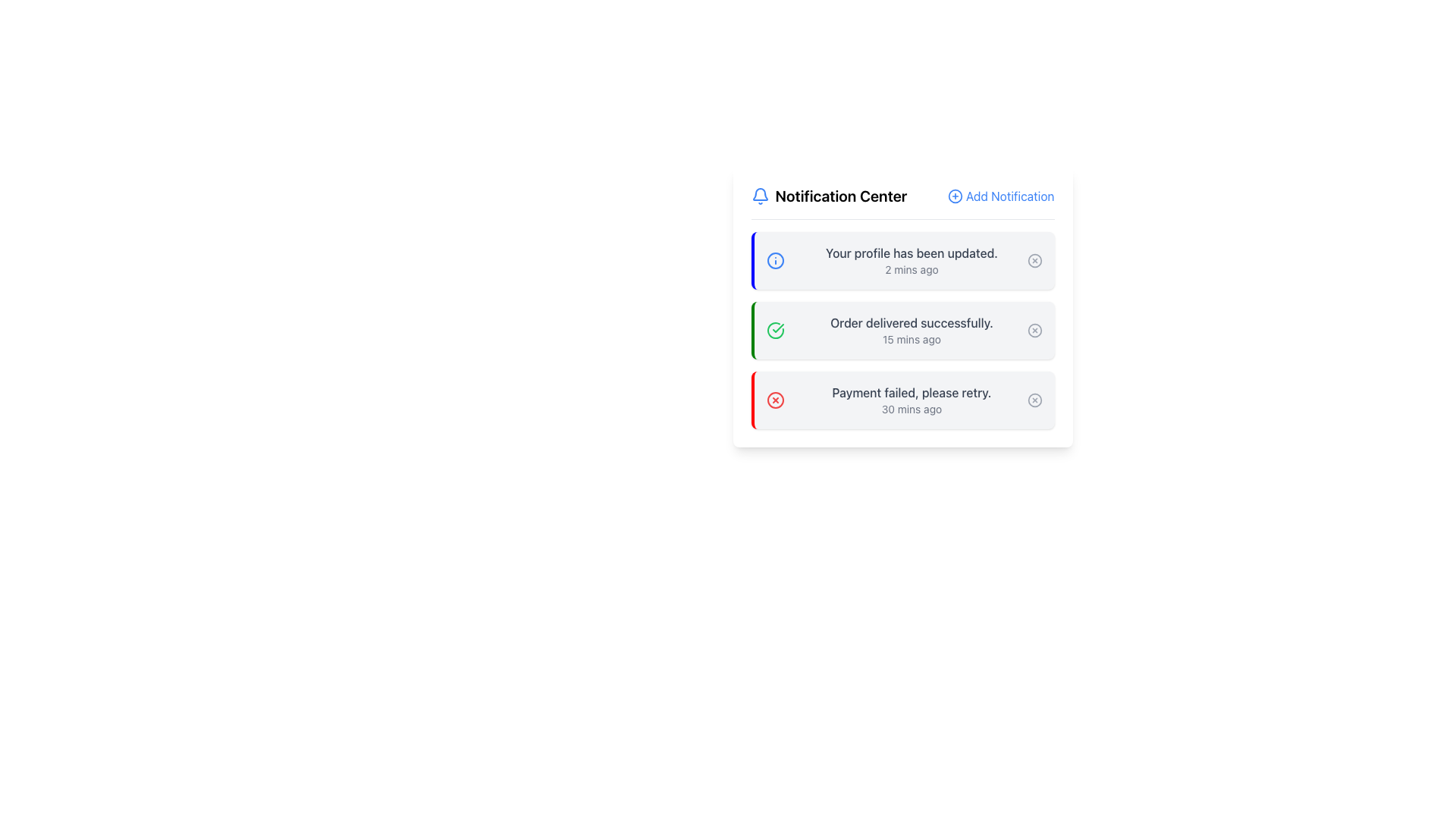  I want to click on the blue outlined circular icon button with a plus symbol, located to the left of the 'Add Notification' text in the notification section, so click(954, 195).